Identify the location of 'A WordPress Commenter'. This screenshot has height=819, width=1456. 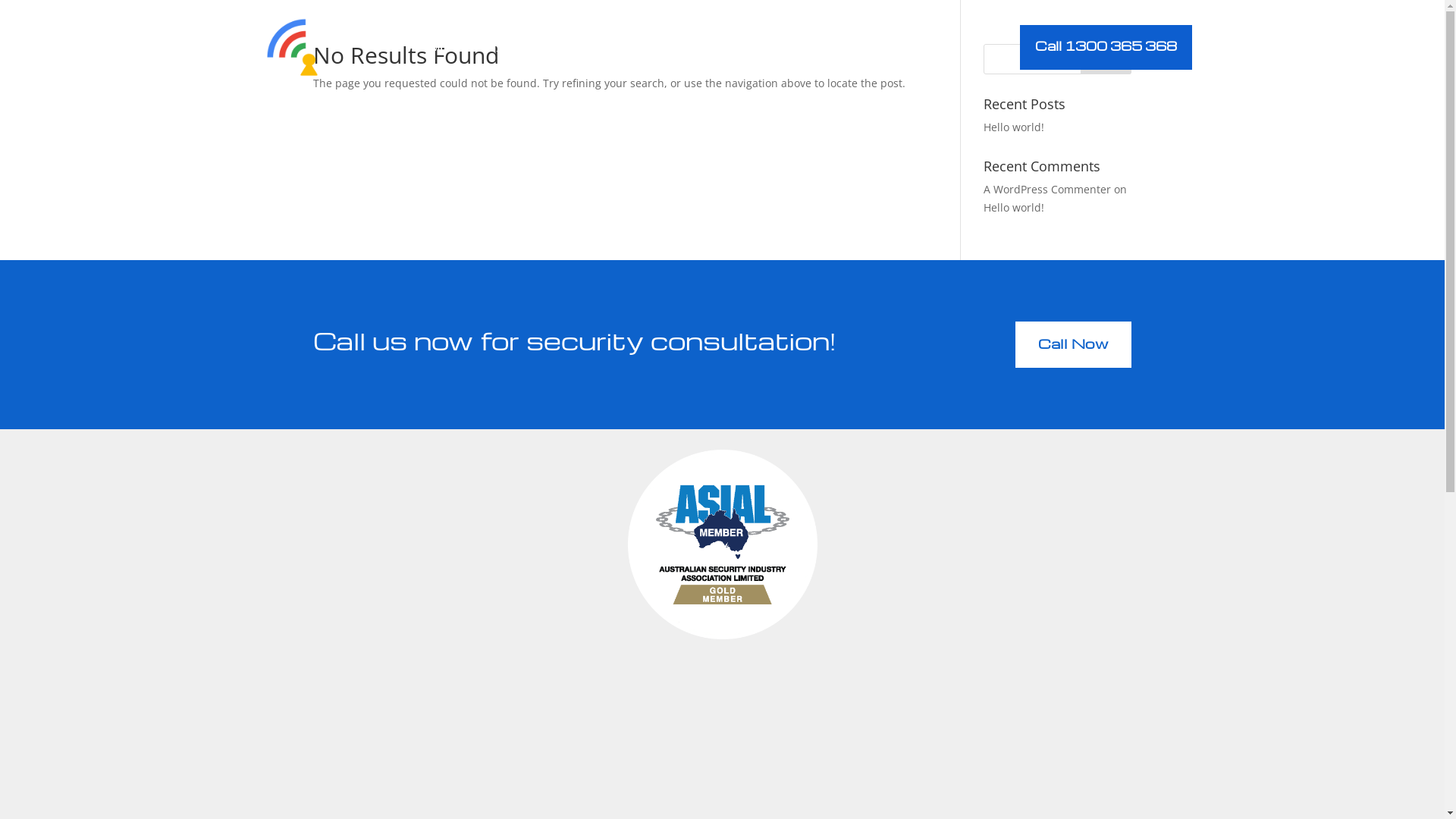
(983, 188).